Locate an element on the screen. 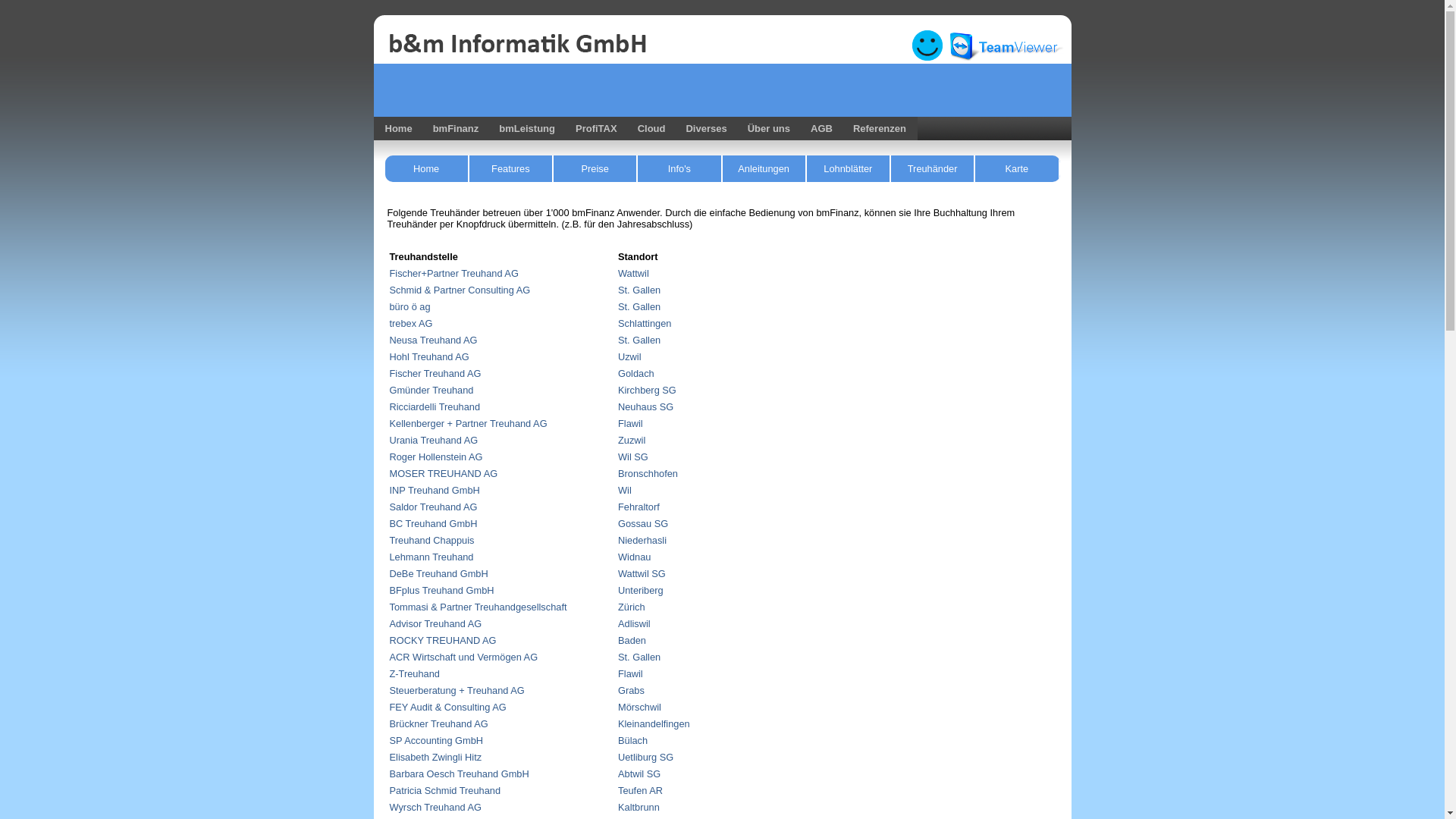  'bmLeistung' is located at coordinates (488, 127).